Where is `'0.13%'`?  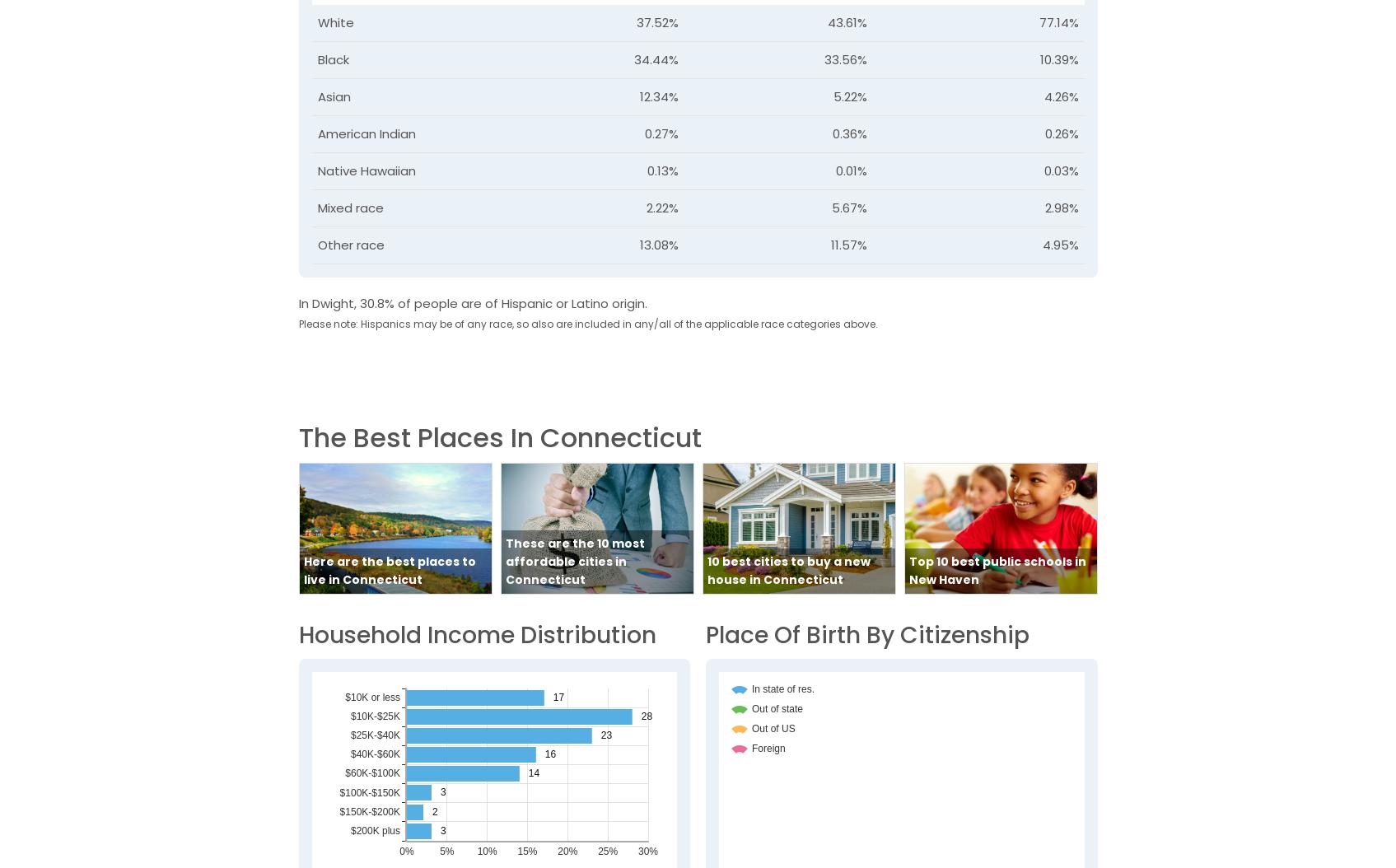
'0.13%' is located at coordinates (646, 169).